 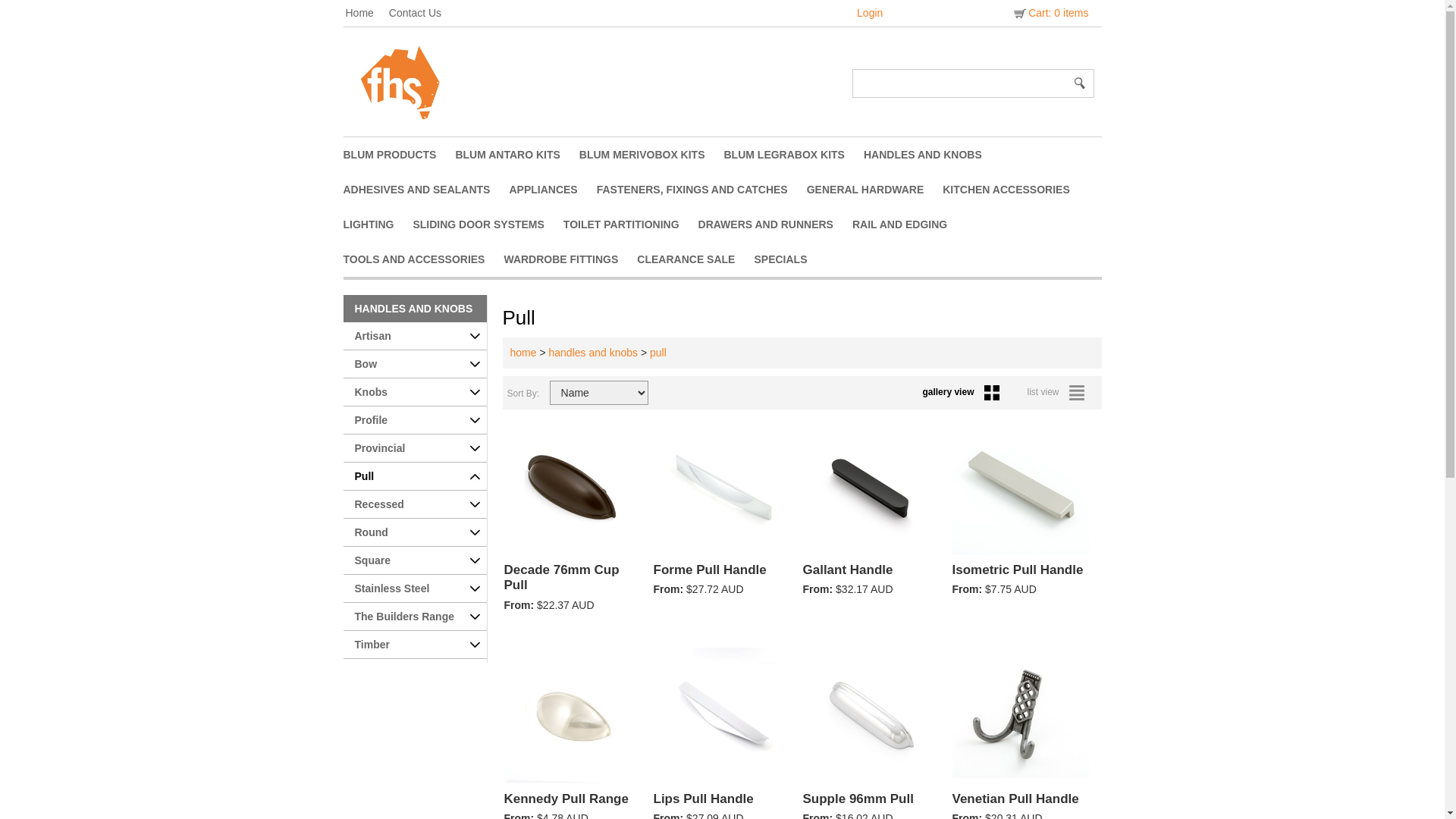 What do you see at coordinates (414, 645) in the screenshot?
I see `'Timber'` at bounding box center [414, 645].